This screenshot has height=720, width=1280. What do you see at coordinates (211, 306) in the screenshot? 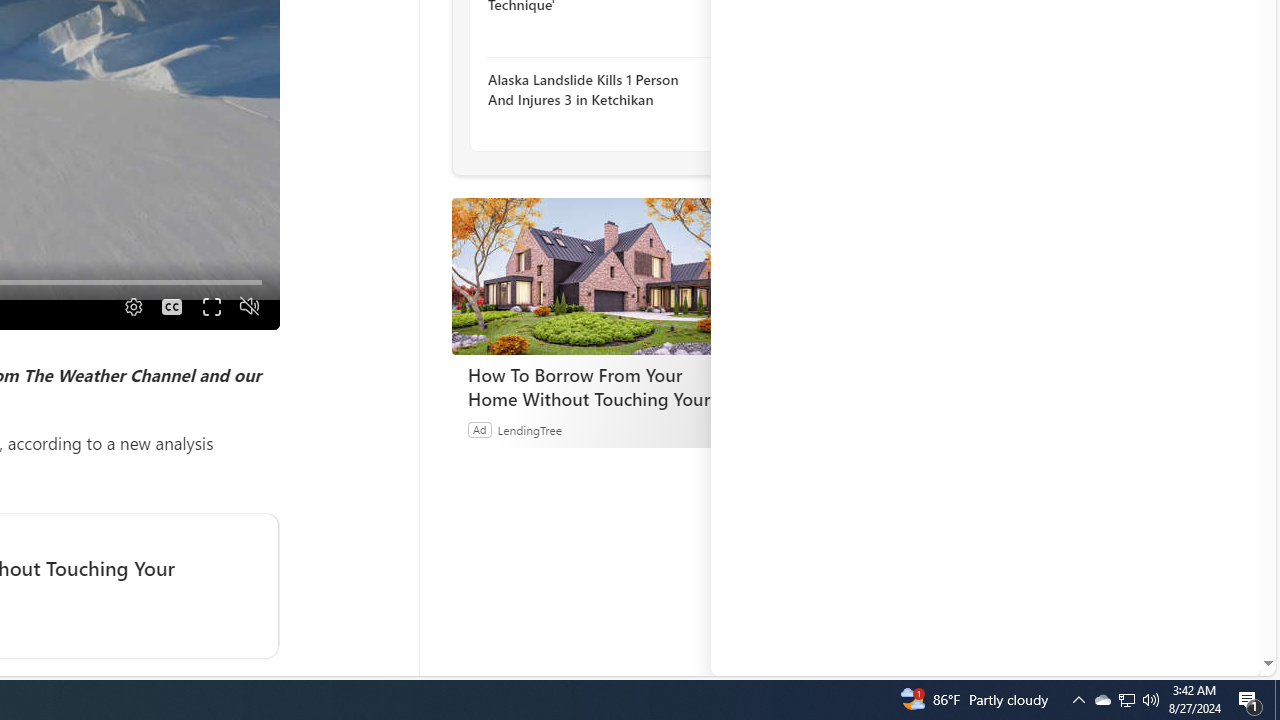
I see `'Fullscreen'` at bounding box center [211, 306].